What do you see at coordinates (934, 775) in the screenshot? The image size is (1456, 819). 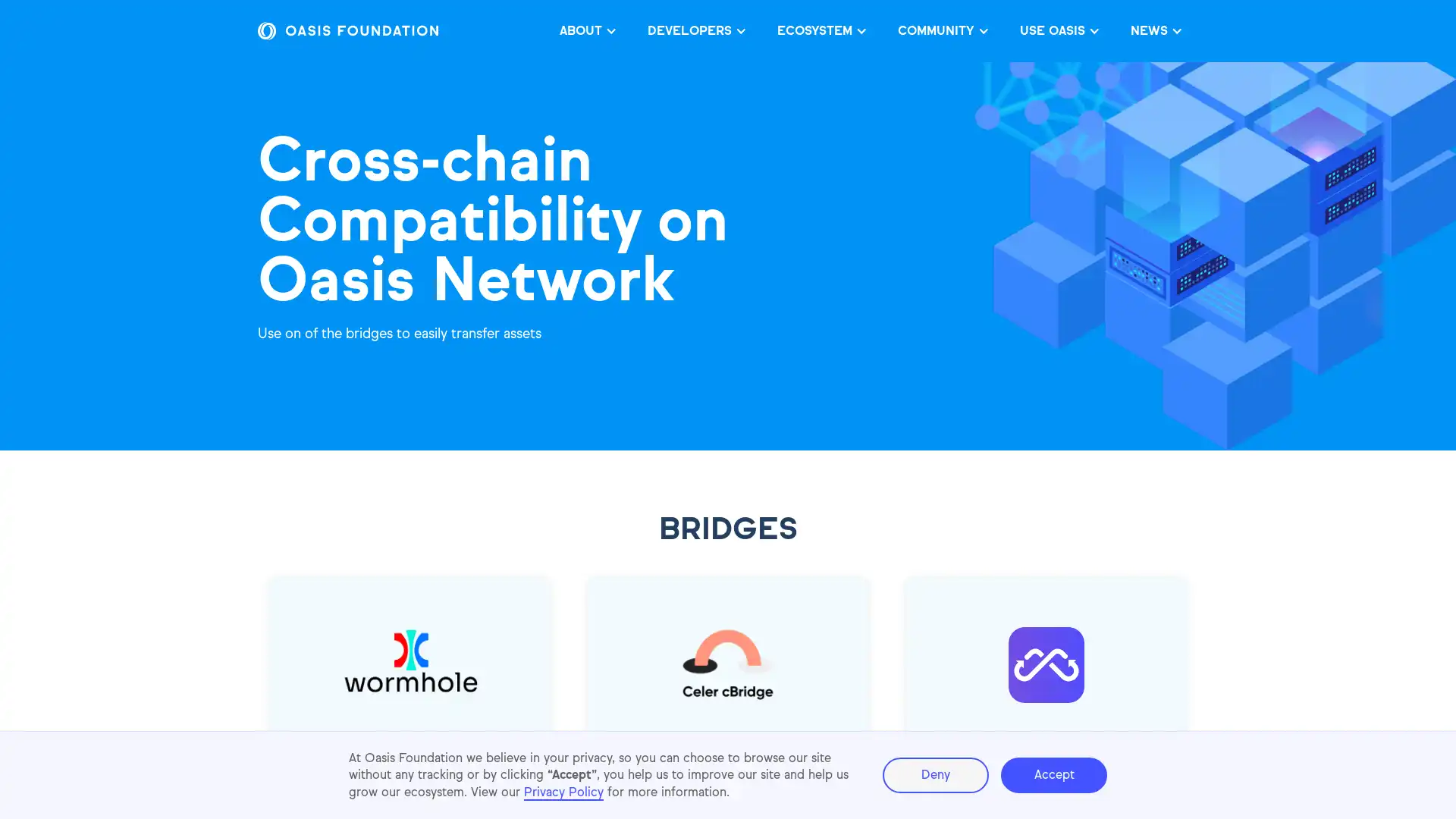 I see `Deny` at bounding box center [934, 775].